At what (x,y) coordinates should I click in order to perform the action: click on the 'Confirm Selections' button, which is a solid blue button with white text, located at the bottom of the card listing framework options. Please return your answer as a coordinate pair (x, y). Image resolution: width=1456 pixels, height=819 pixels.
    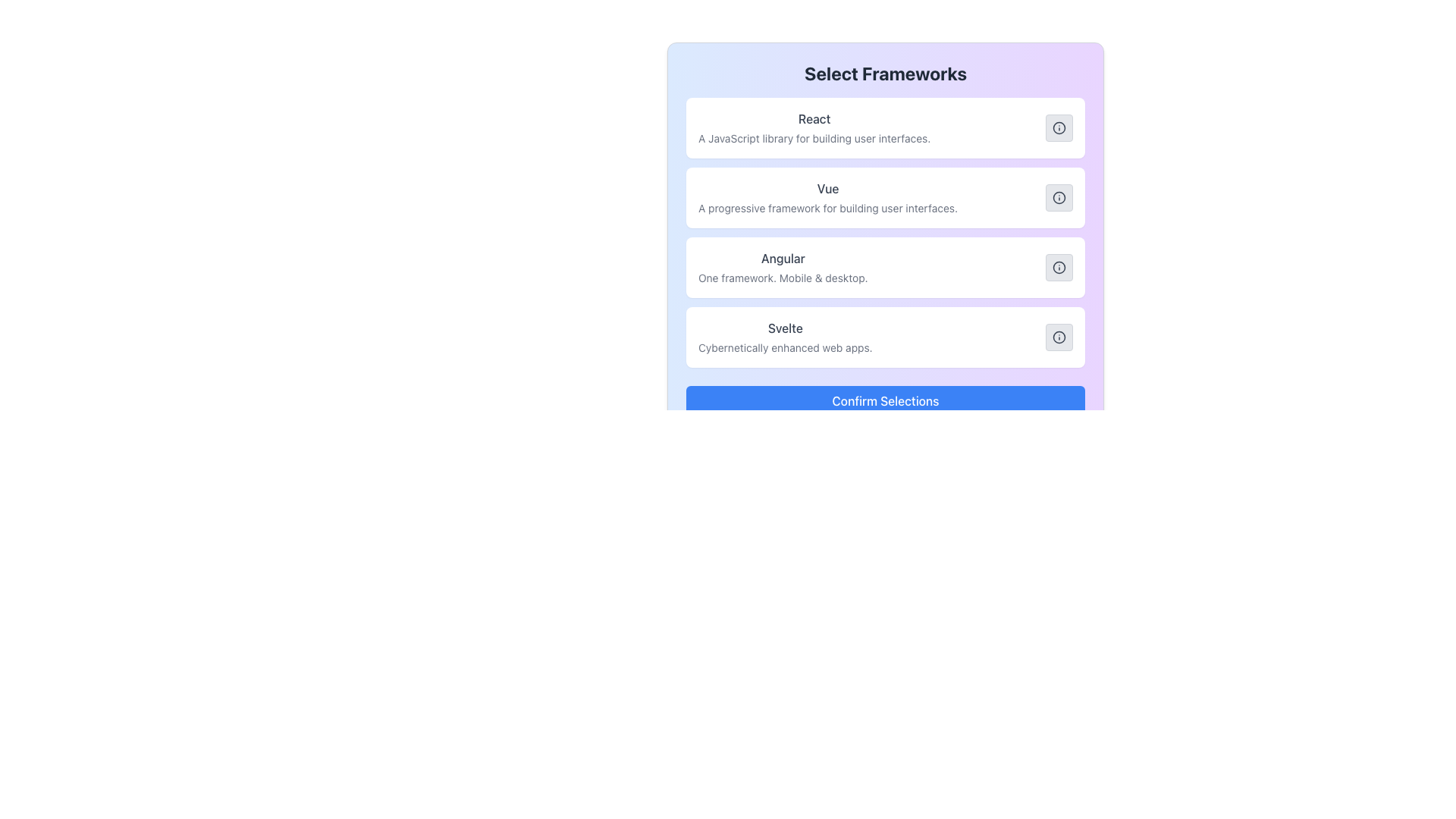
    Looking at the image, I should click on (885, 400).